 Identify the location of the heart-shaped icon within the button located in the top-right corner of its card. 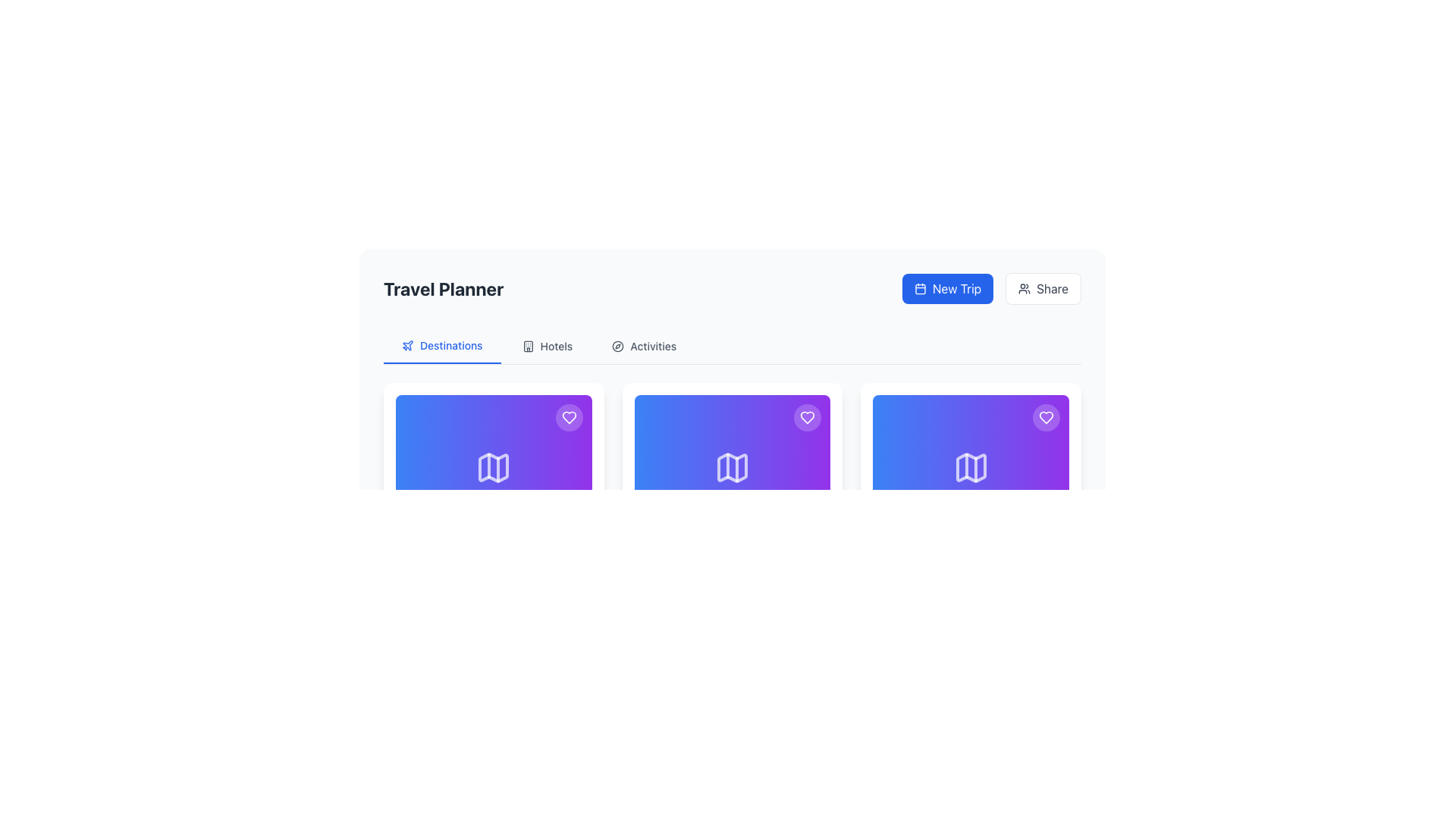
(568, 418).